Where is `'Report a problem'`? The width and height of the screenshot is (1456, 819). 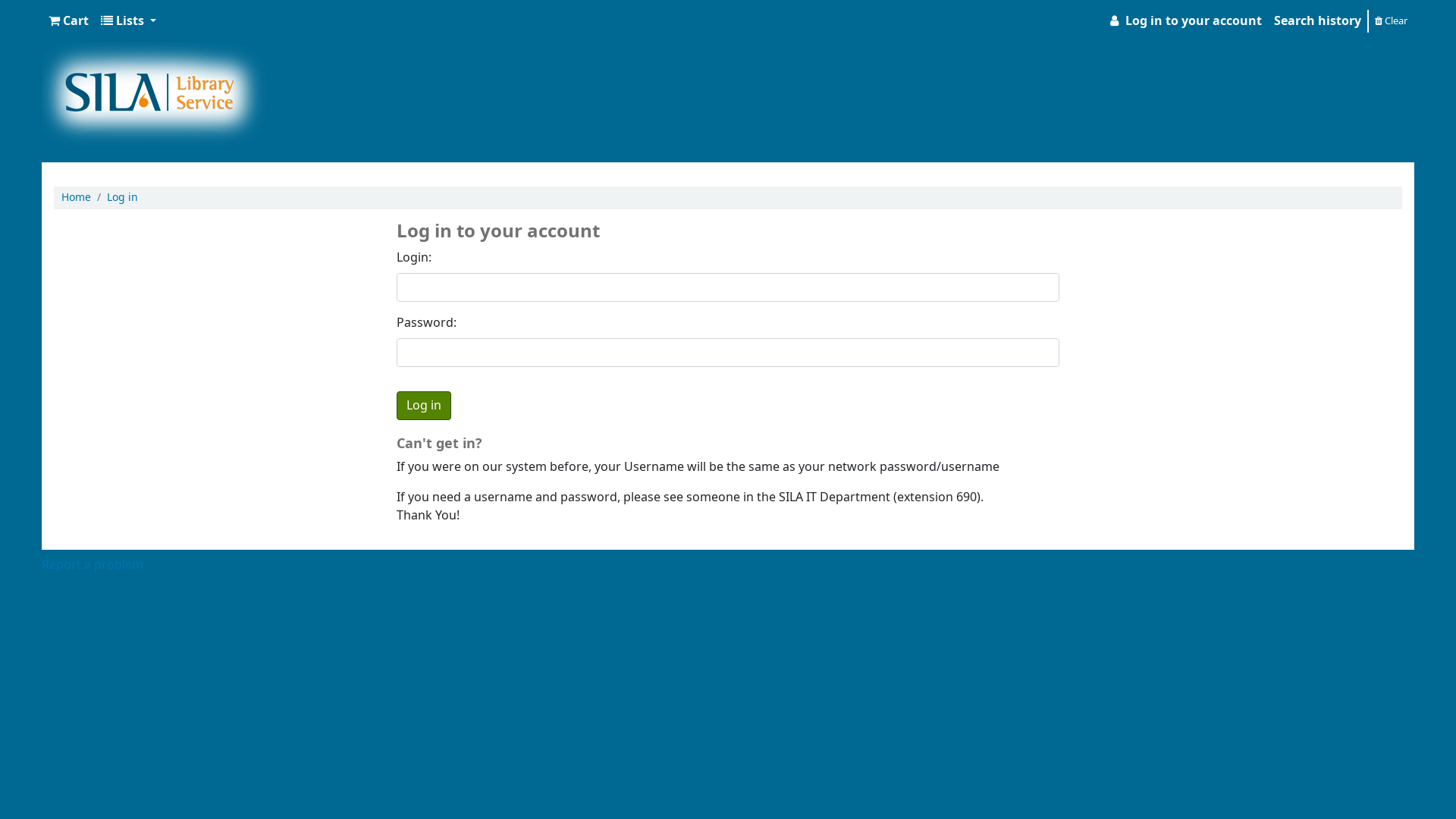 'Report a problem' is located at coordinates (91, 564).